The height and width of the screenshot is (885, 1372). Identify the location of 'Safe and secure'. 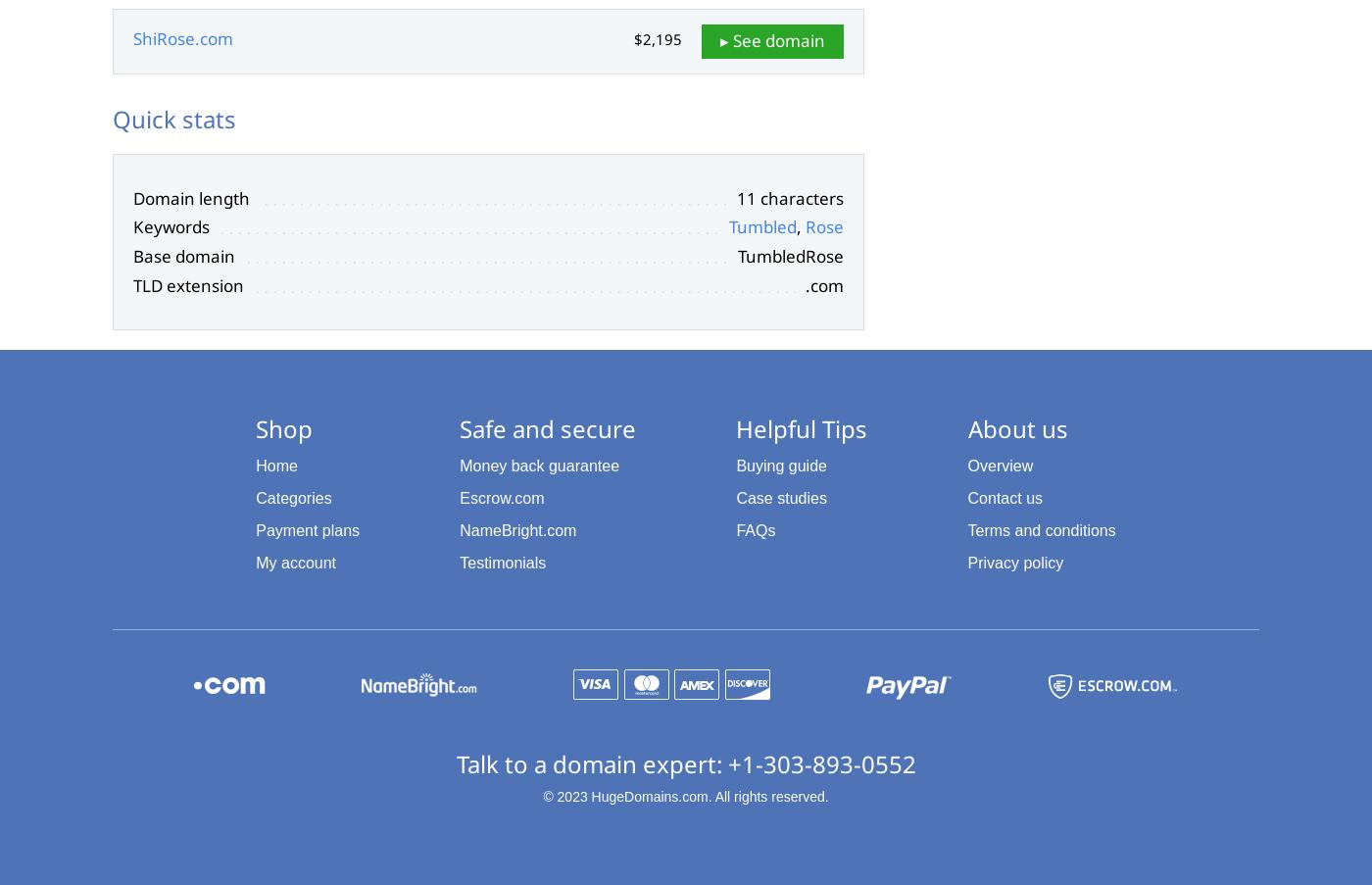
(460, 427).